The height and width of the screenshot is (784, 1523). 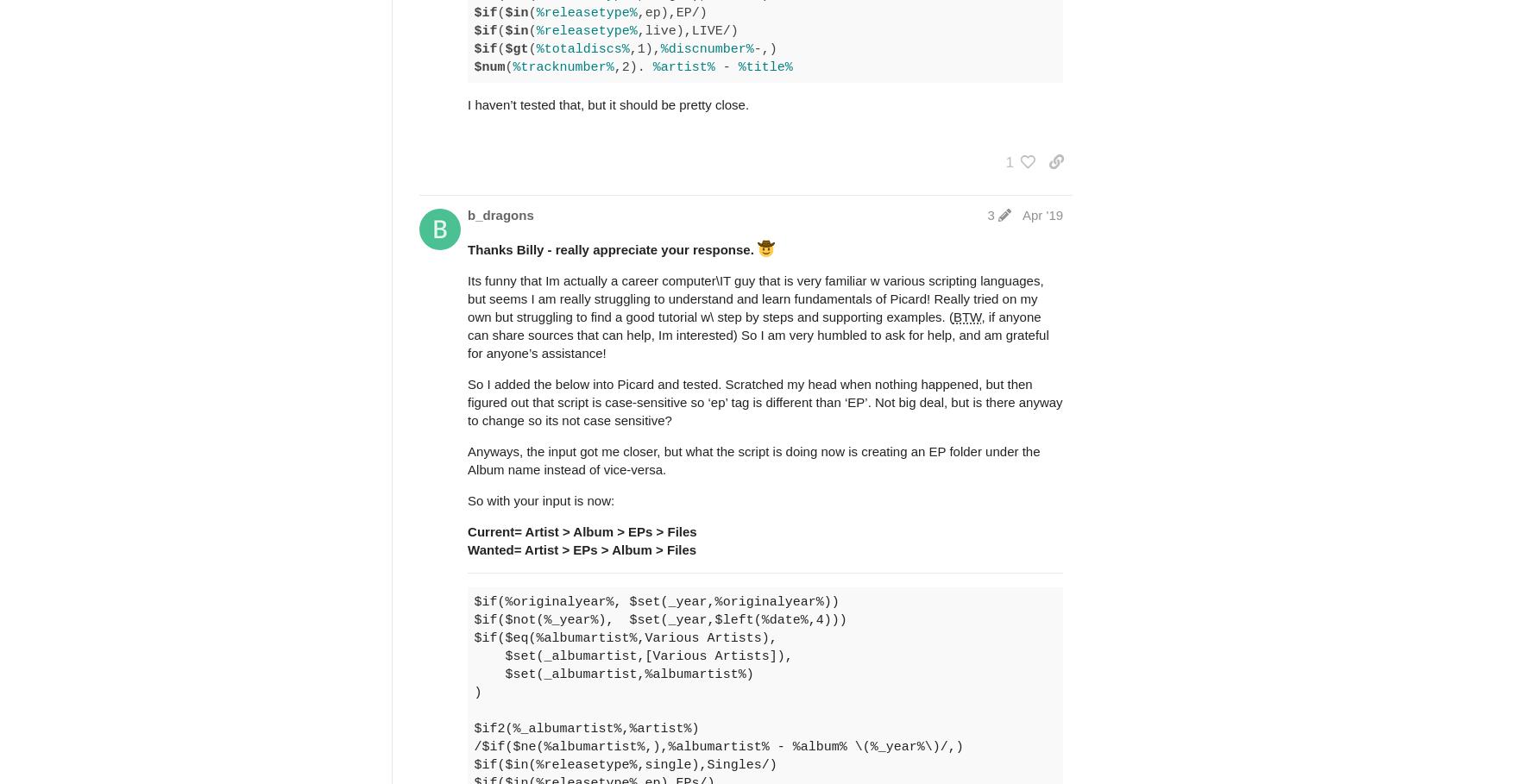 What do you see at coordinates (765, 402) in the screenshot?
I see `'So I added the below into Picard and tested.  Scratched my head when nothing happened, but then figured out that script is case-sensitive so ‘ep’ tag is different than ‘EP’.  Not big deal, but is there anyway to change so its not case sensitive?'` at bounding box center [765, 402].